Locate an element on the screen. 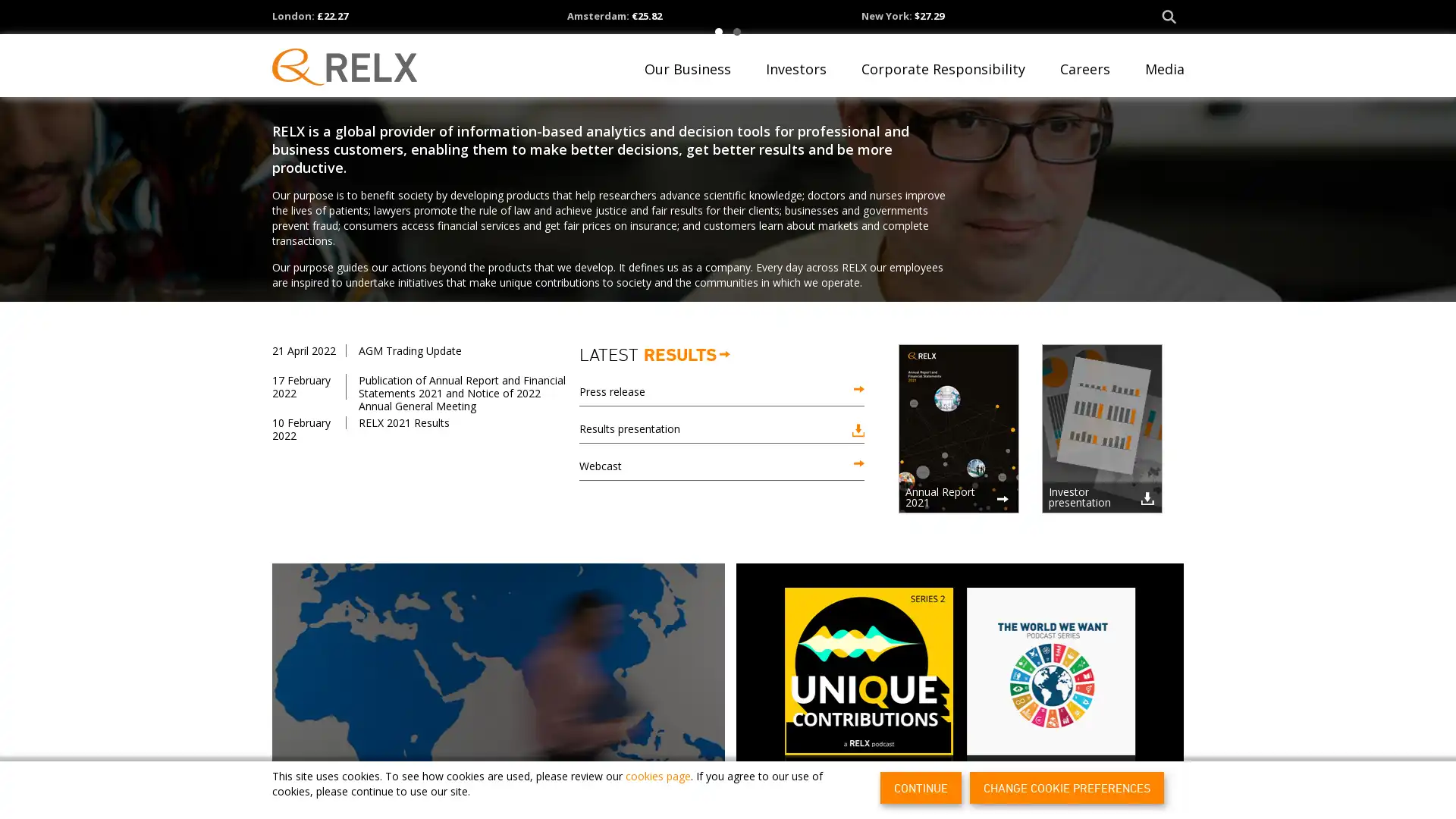 The image size is (1456, 819). 1 is located at coordinates (718, 32).